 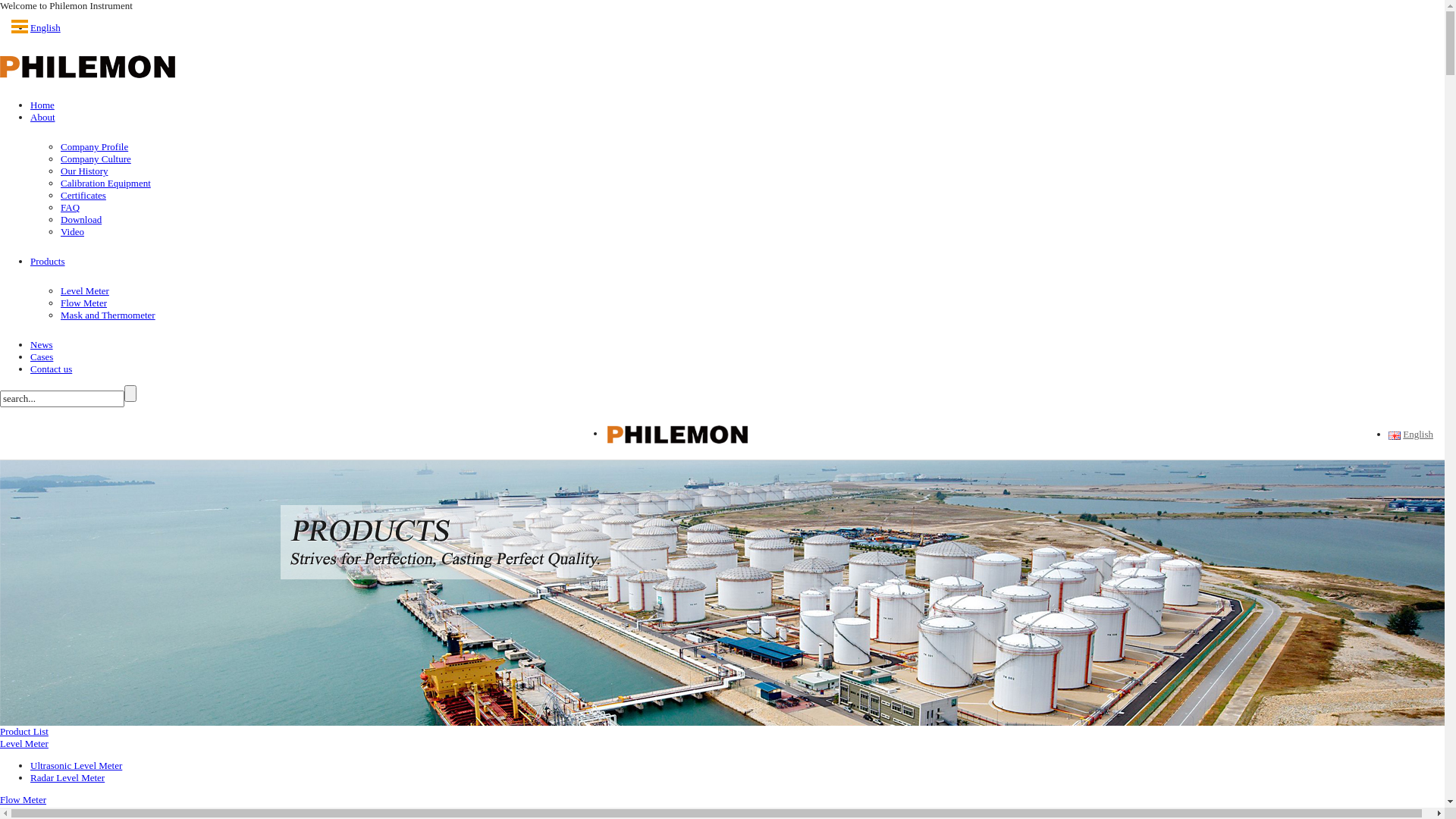 What do you see at coordinates (105, 182) in the screenshot?
I see `'Calibration Equipment'` at bounding box center [105, 182].